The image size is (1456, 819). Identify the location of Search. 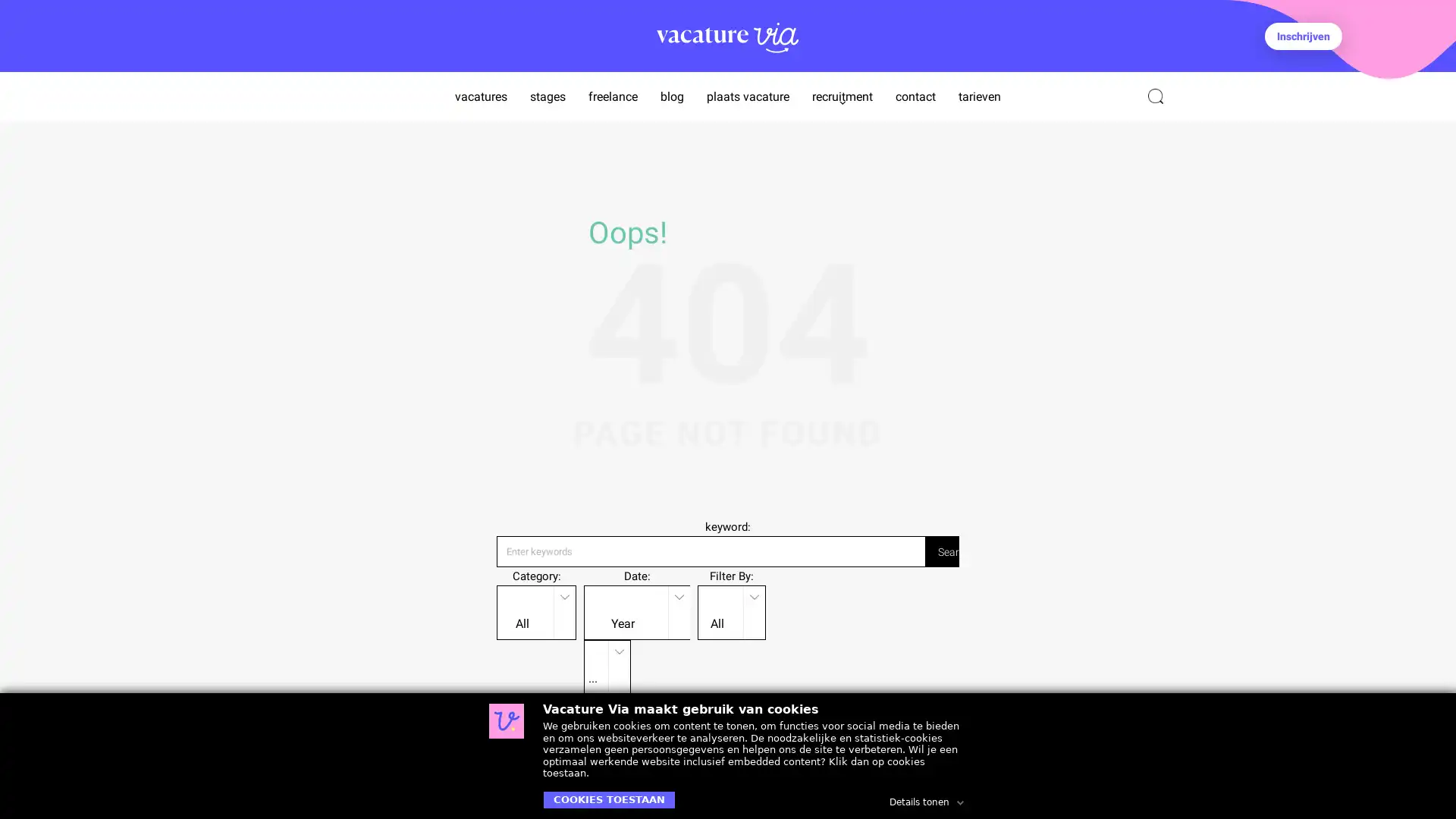
(941, 551).